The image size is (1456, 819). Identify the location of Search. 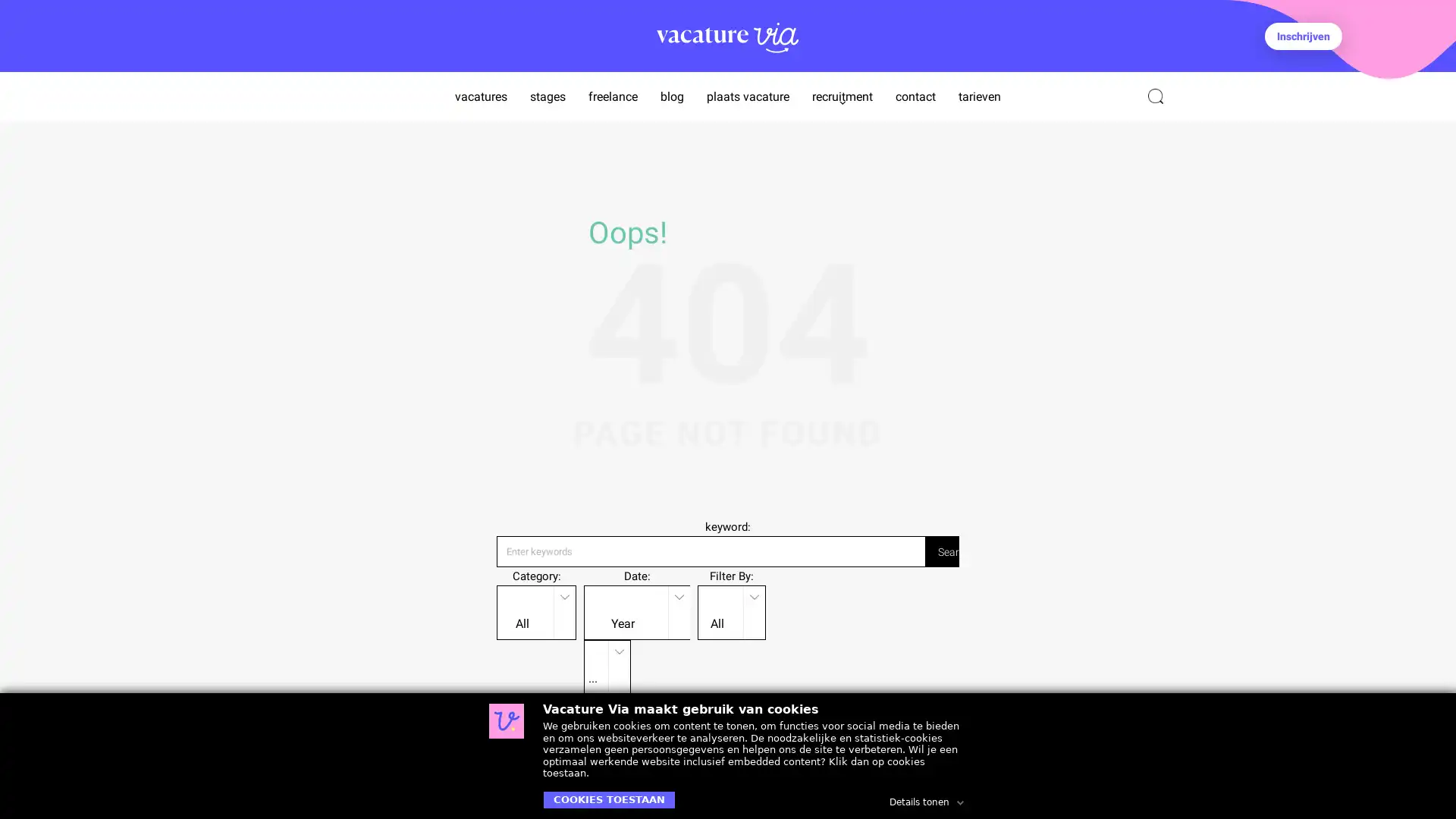
(941, 551).